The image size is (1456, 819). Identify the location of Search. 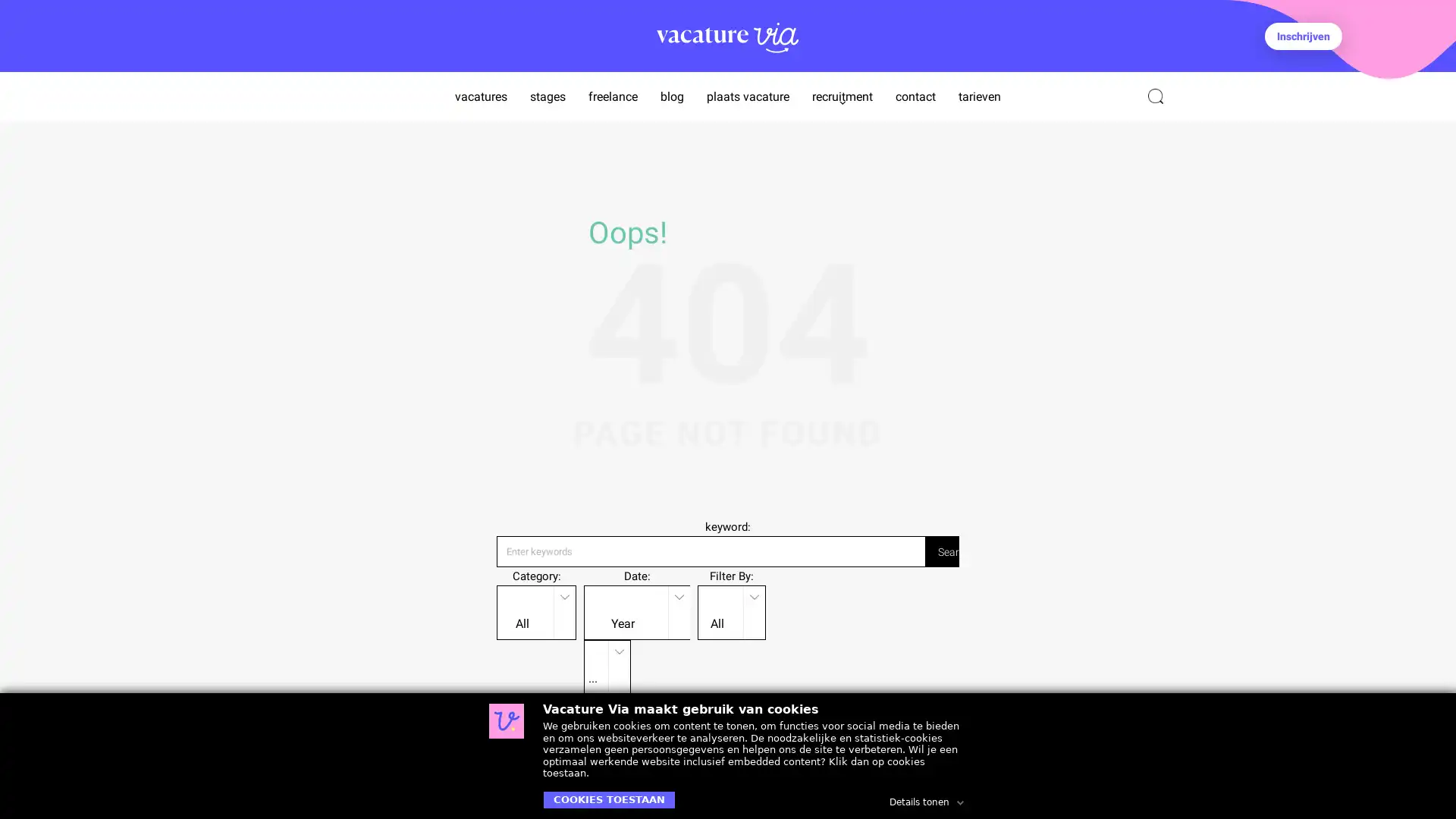
(941, 551).